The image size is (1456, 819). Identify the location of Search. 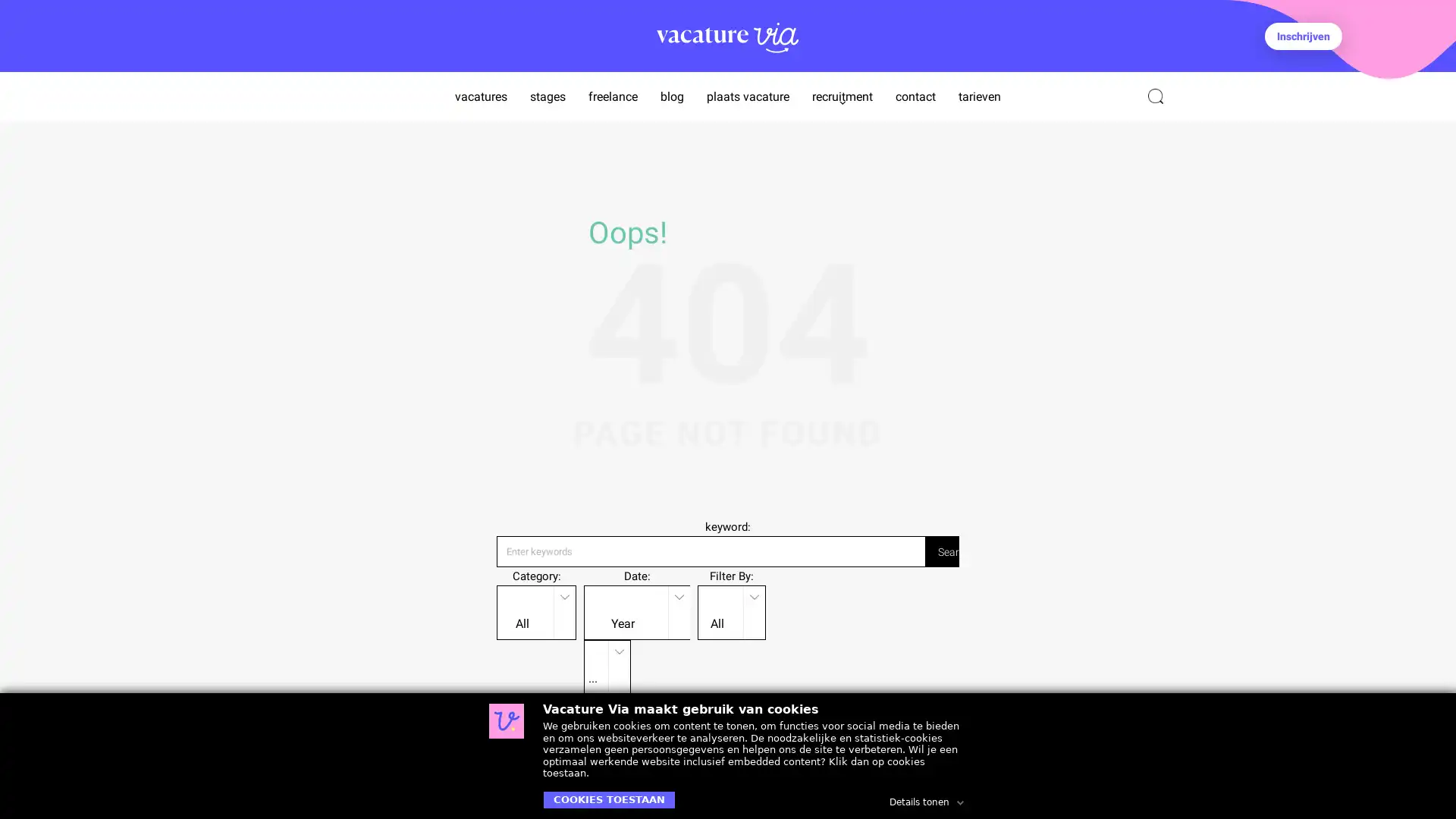
(941, 551).